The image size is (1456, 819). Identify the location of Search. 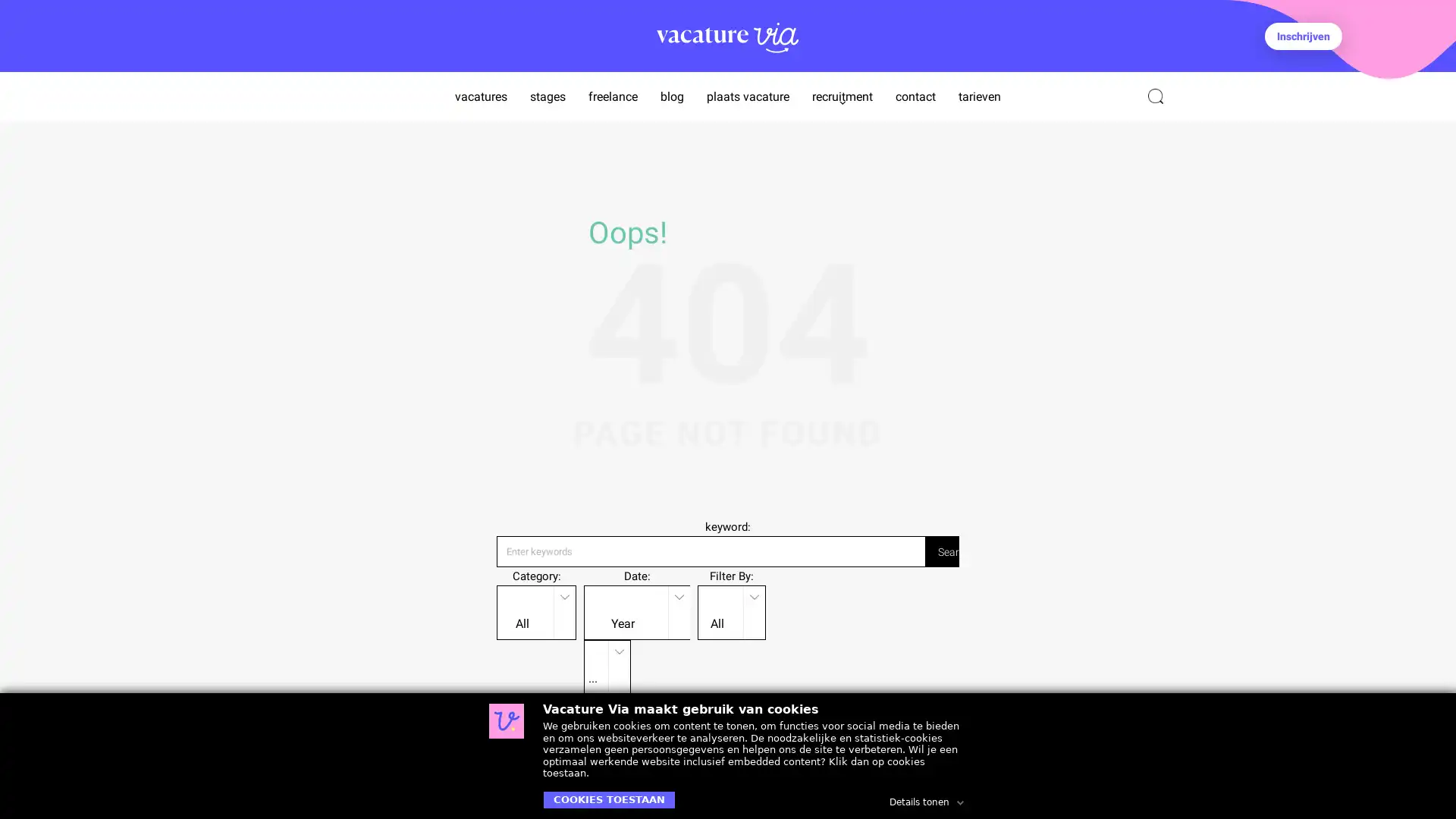
(941, 551).